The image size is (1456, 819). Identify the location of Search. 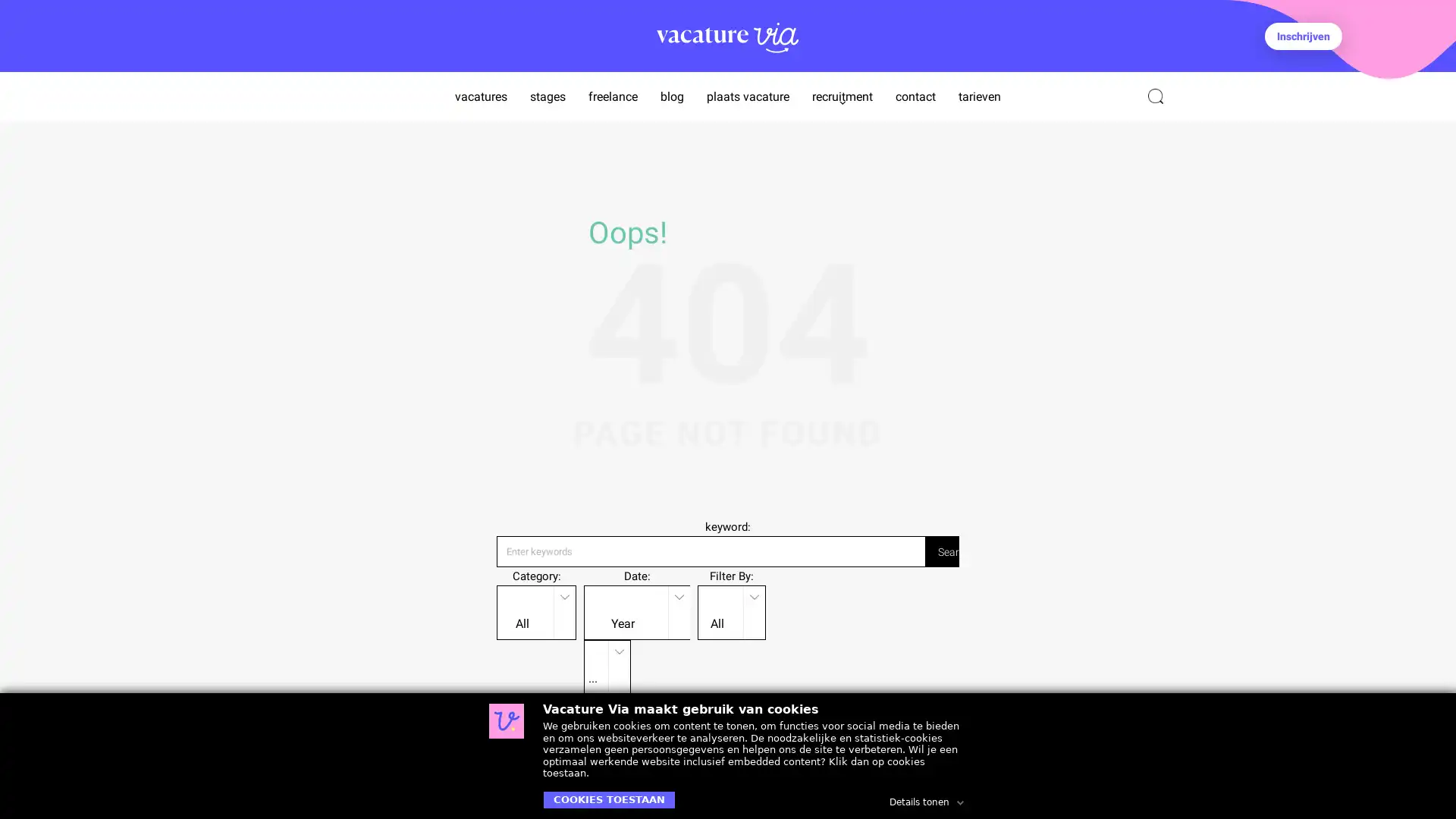
(941, 551).